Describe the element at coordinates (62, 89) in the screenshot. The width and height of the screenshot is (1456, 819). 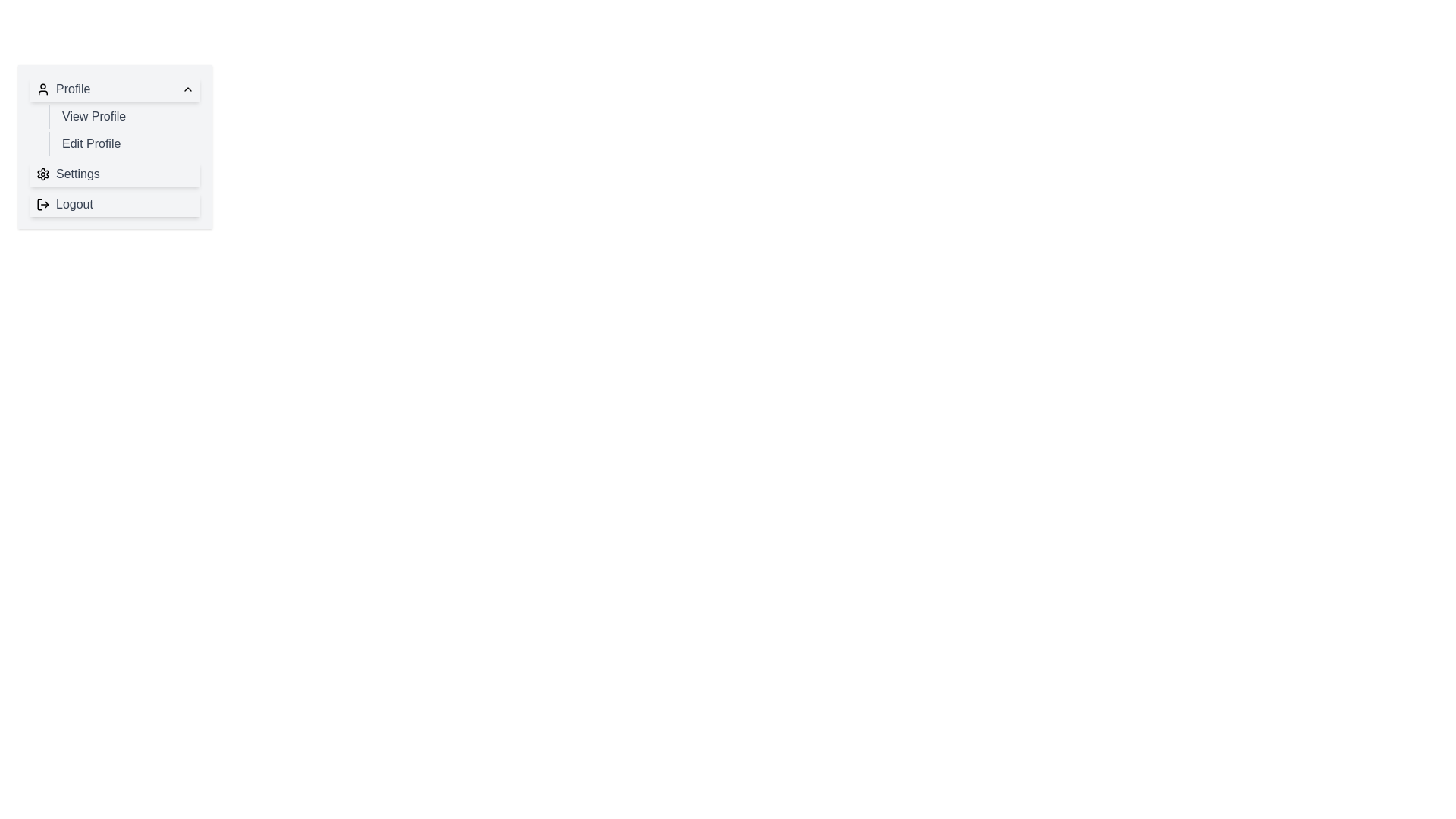
I see `the Text label that describes user-related menu options, located near the upper part of a dropdown list and aligned with the user icon` at that location.